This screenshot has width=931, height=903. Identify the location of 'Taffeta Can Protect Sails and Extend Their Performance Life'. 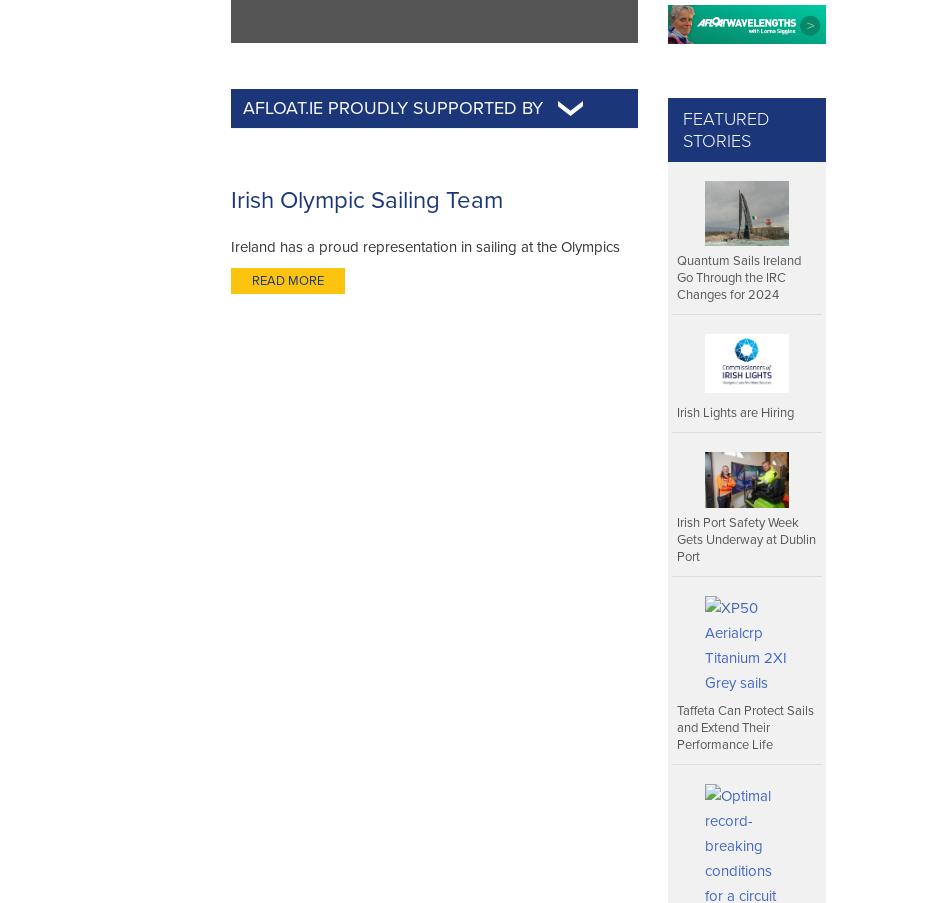
(745, 727).